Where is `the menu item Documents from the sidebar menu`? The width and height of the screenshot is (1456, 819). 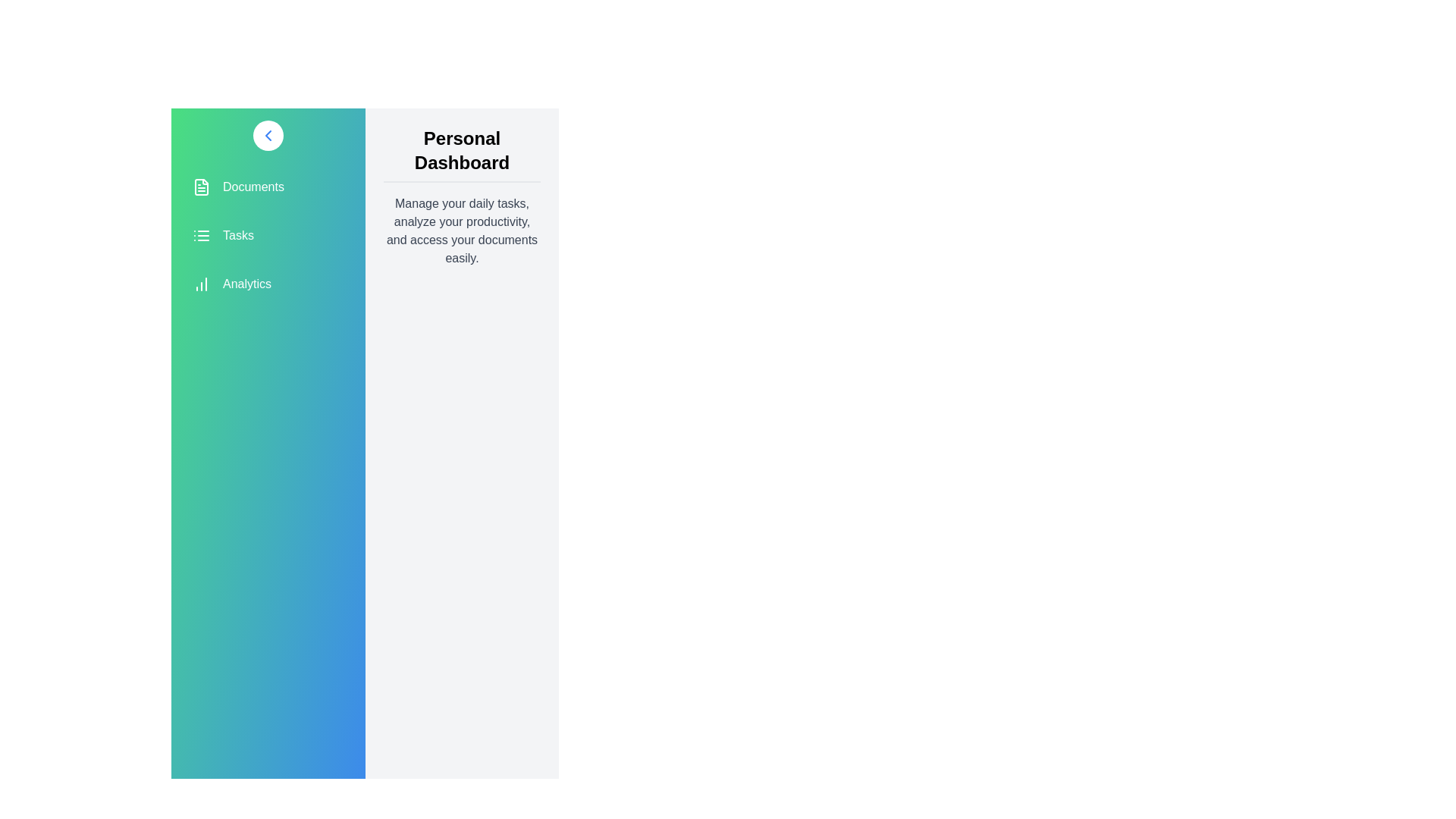
the menu item Documents from the sidebar menu is located at coordinates (268, 186).